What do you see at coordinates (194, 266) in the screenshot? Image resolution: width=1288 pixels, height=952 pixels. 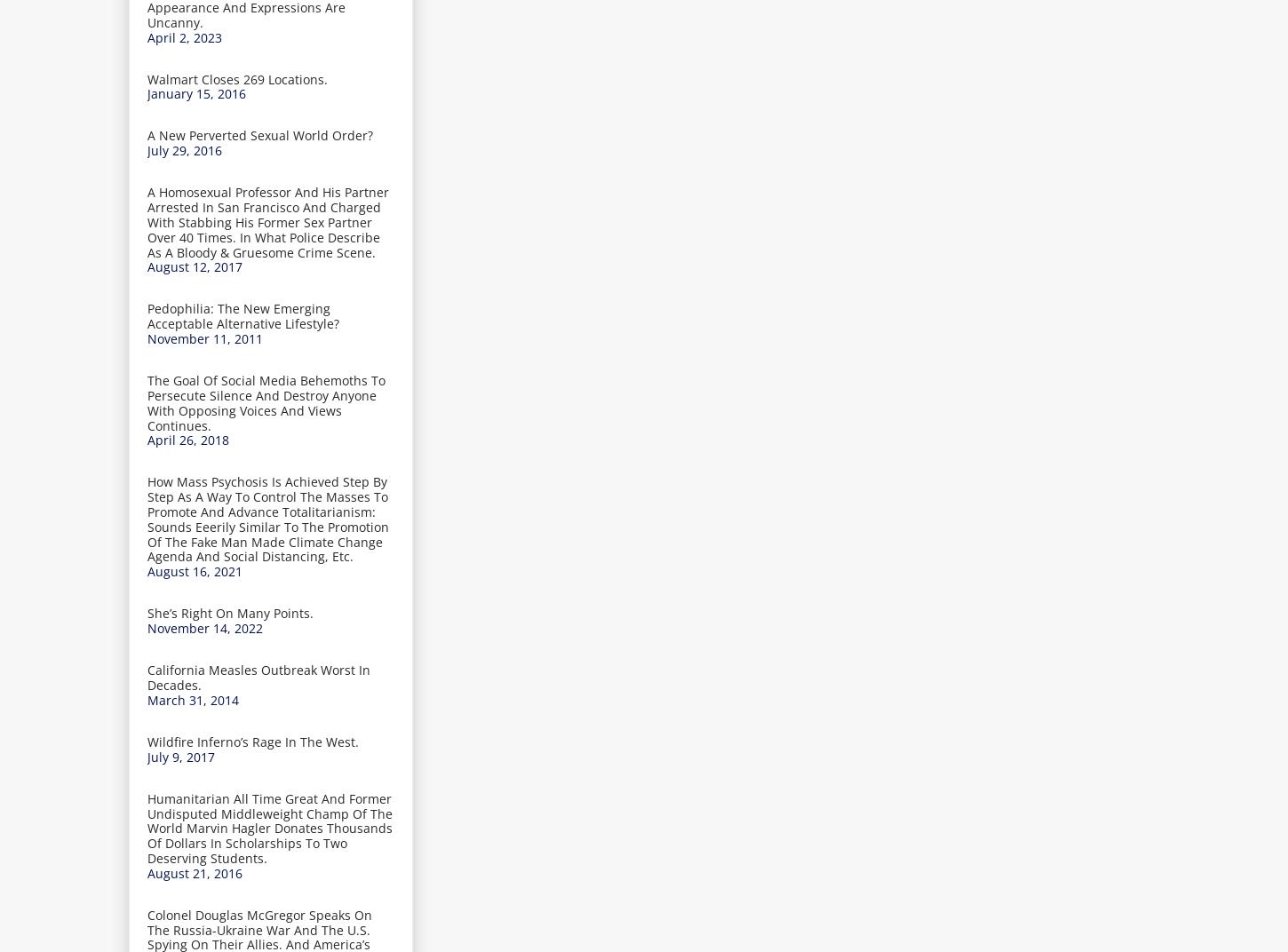 I see `'August 12, 2017'` at bounding box center [194, 266].